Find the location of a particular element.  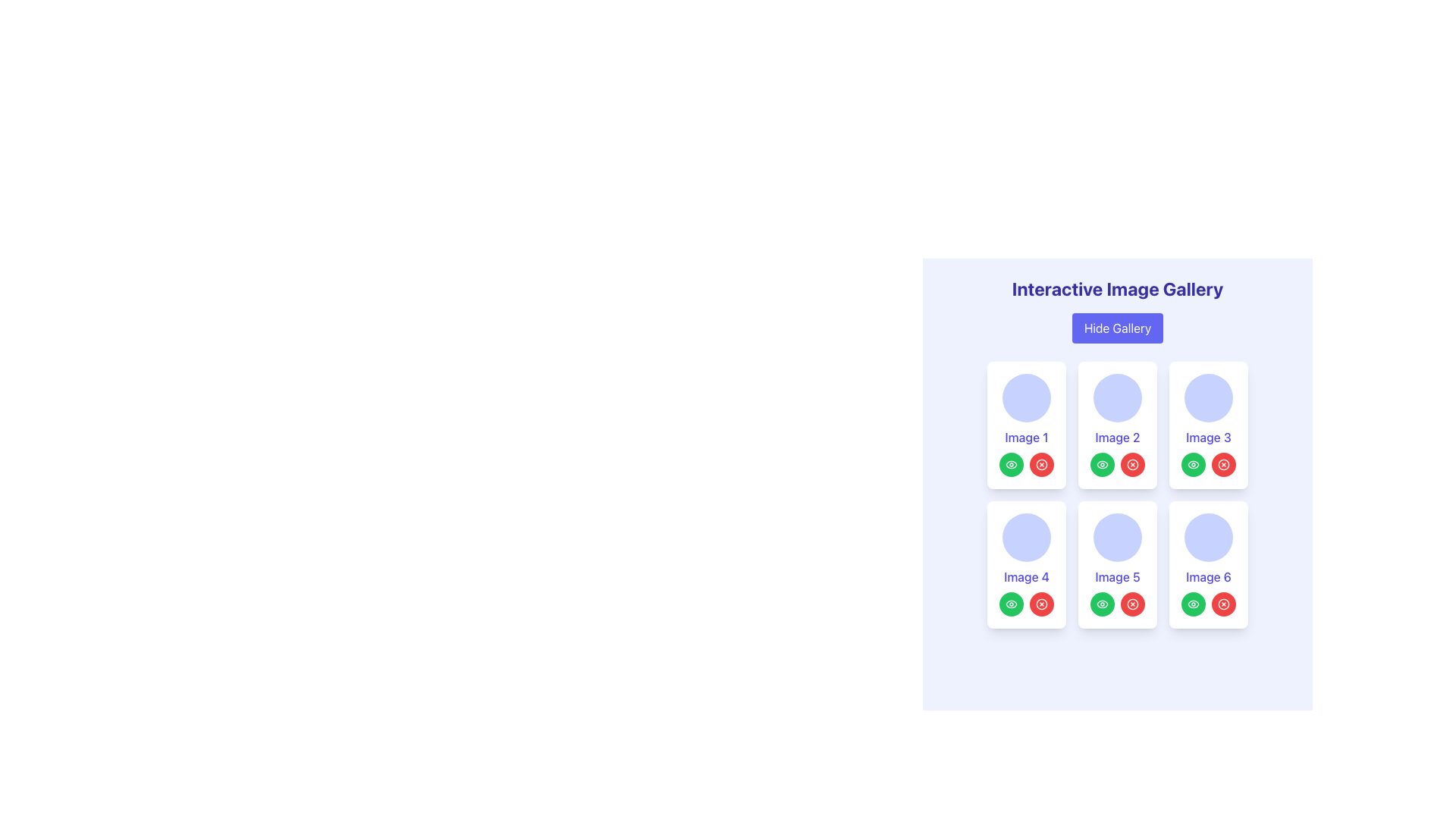

the circular red button with a white border and an 'X' icon located in the card labeled 'Image 1', which is positioned in the first row and first column of the layout is located at coordinates (1040, 464).